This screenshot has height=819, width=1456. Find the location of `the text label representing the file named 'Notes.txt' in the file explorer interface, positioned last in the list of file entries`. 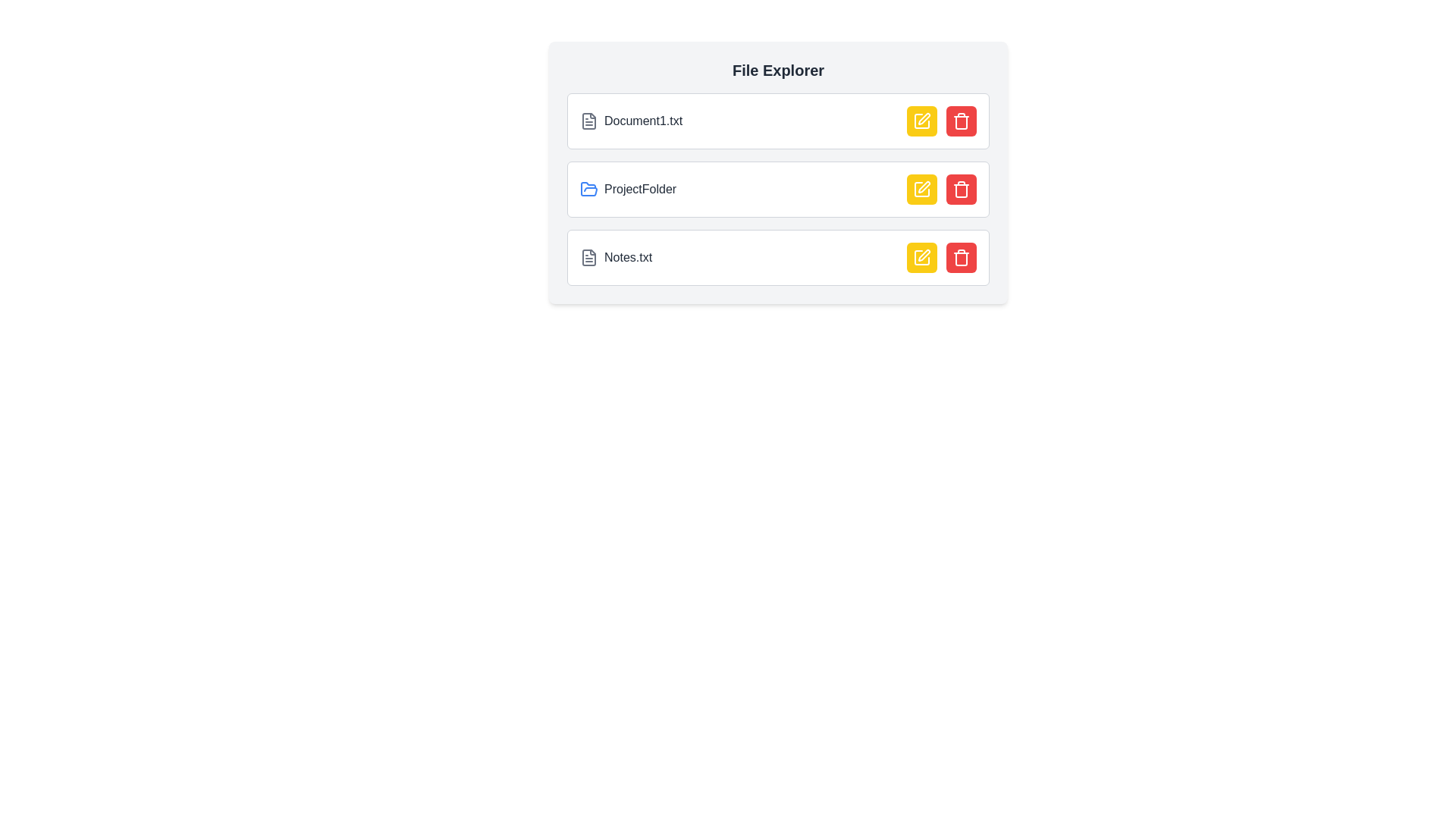

the text label representing the file named 'Notes.txt' in the file explorer interface, positioned last in the list of file entries is located at coordinates (628, 256).